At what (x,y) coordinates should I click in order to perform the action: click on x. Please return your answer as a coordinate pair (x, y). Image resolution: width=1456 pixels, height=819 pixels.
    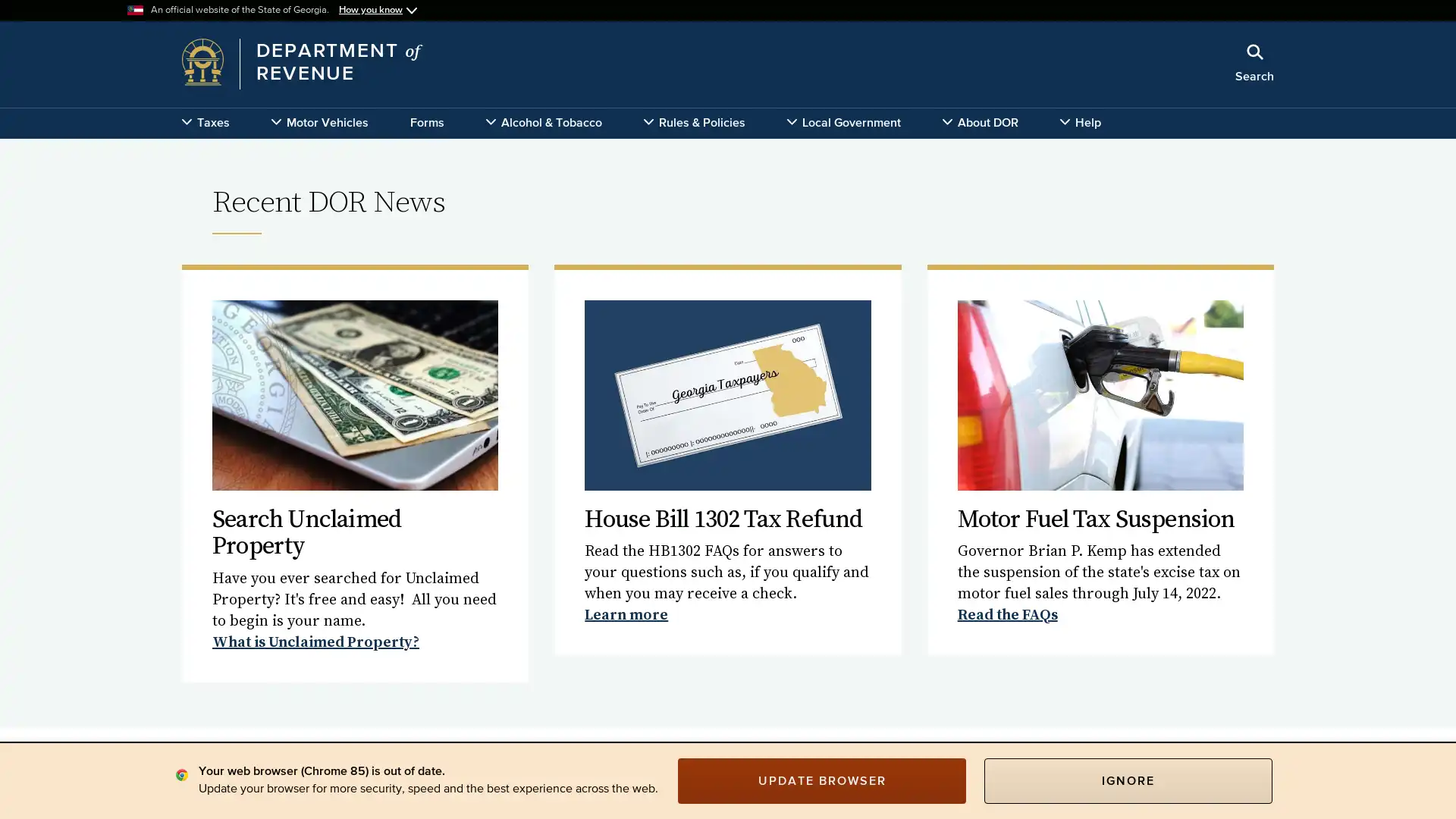
    Looking at the image, I should click on (326, 247).